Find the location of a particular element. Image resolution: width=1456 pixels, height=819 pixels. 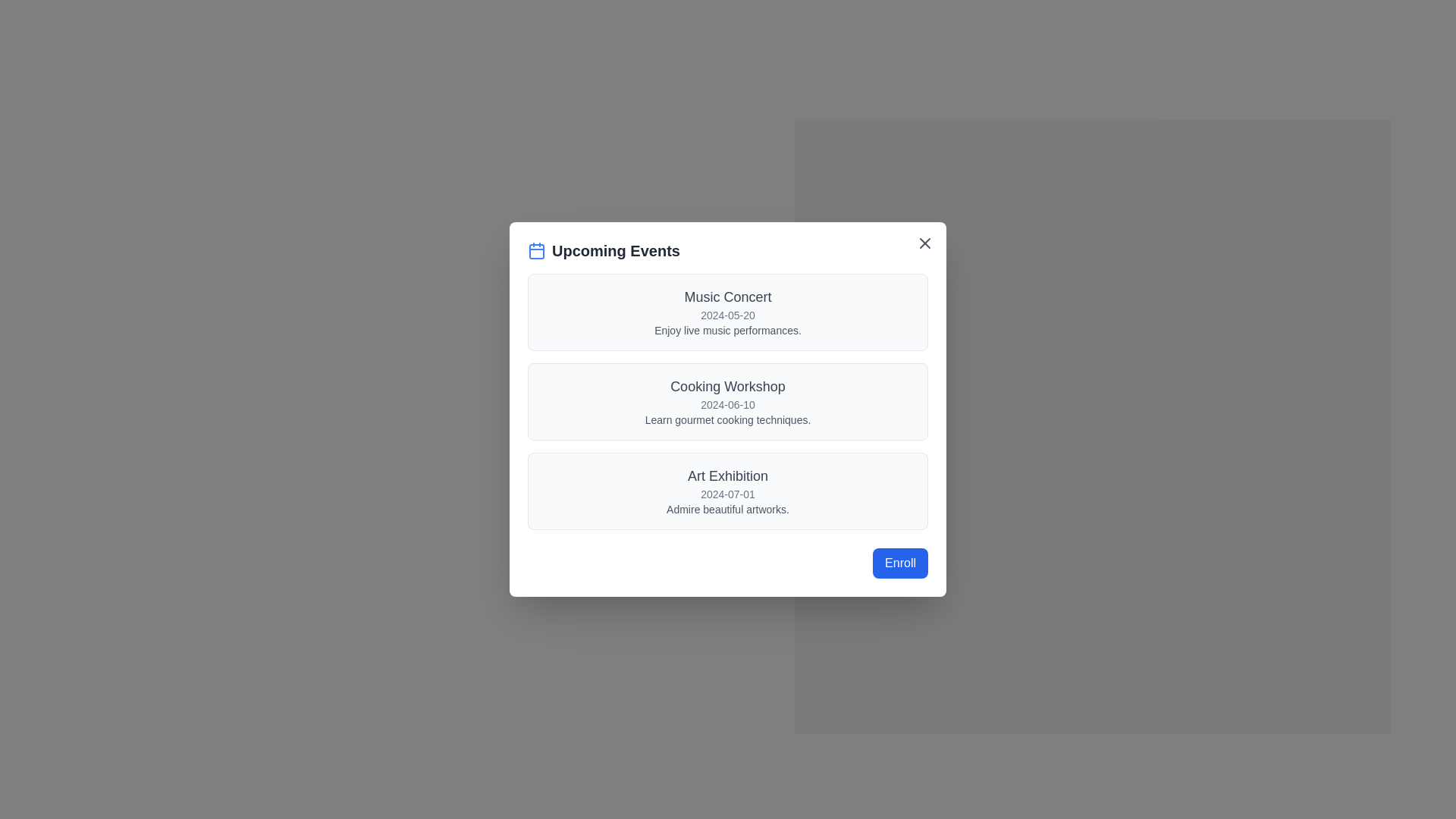

the text label that reads 'Learn gourmet cooking techniques.' which is positioned below the title and date of the 'Cooking Workshop' event description is located at coordinates (728, 420).